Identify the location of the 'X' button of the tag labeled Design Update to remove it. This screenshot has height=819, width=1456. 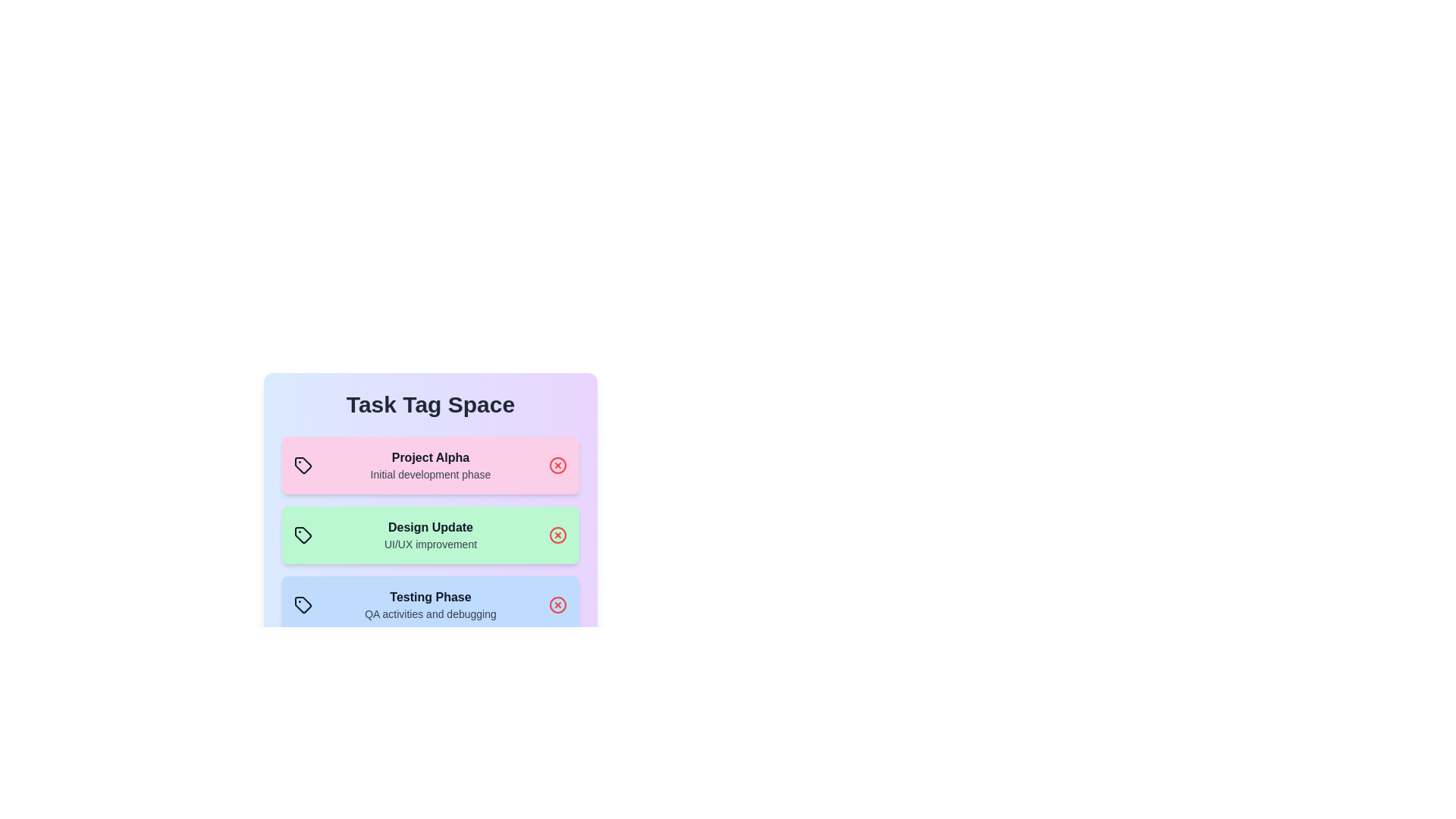
(557, 534).